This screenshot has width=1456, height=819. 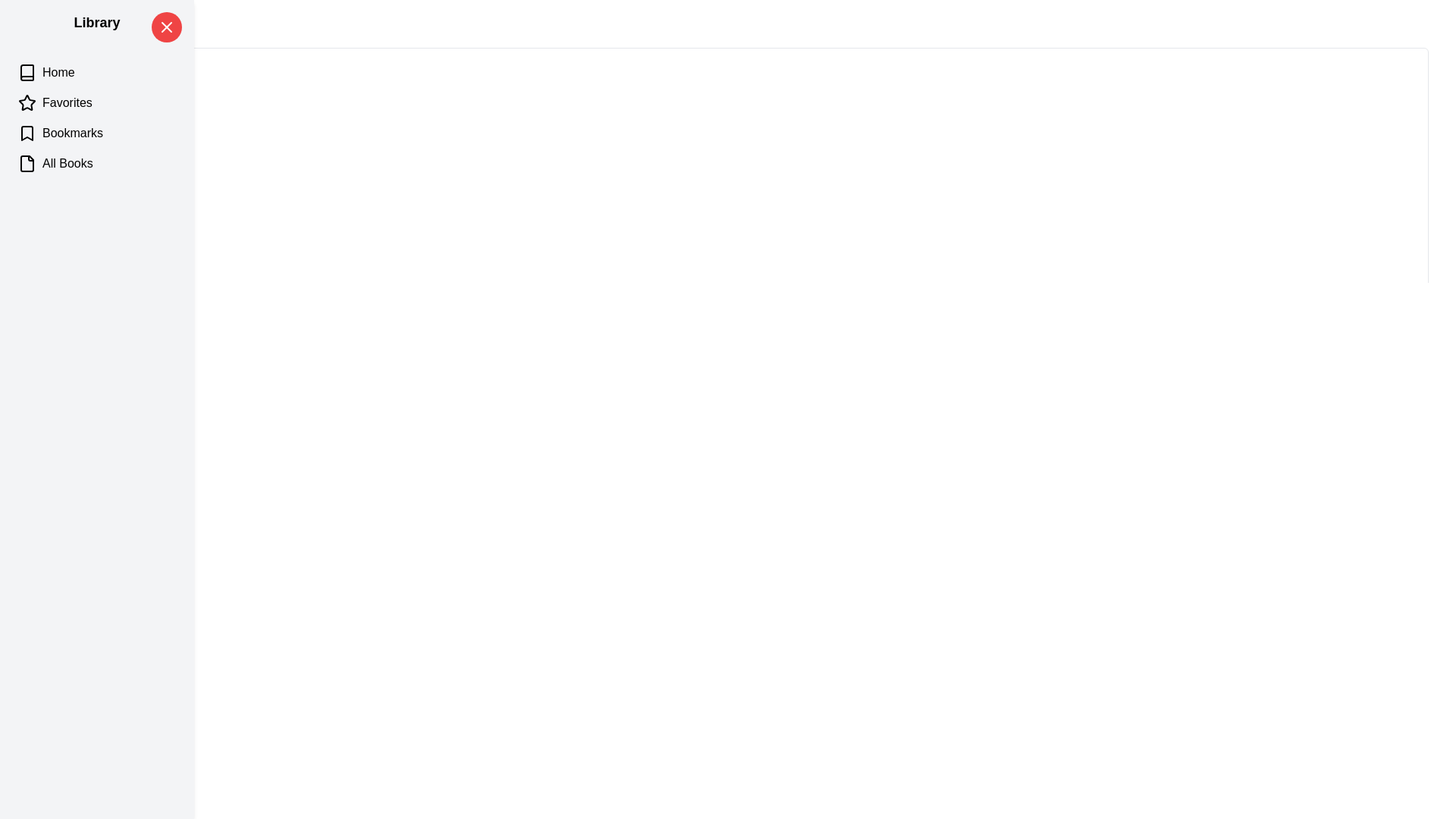 What do you see at coordinates (96, 133) in the screenshot?
I see `the category Bookmarks in the drawer` at bounding box center [96, 133].